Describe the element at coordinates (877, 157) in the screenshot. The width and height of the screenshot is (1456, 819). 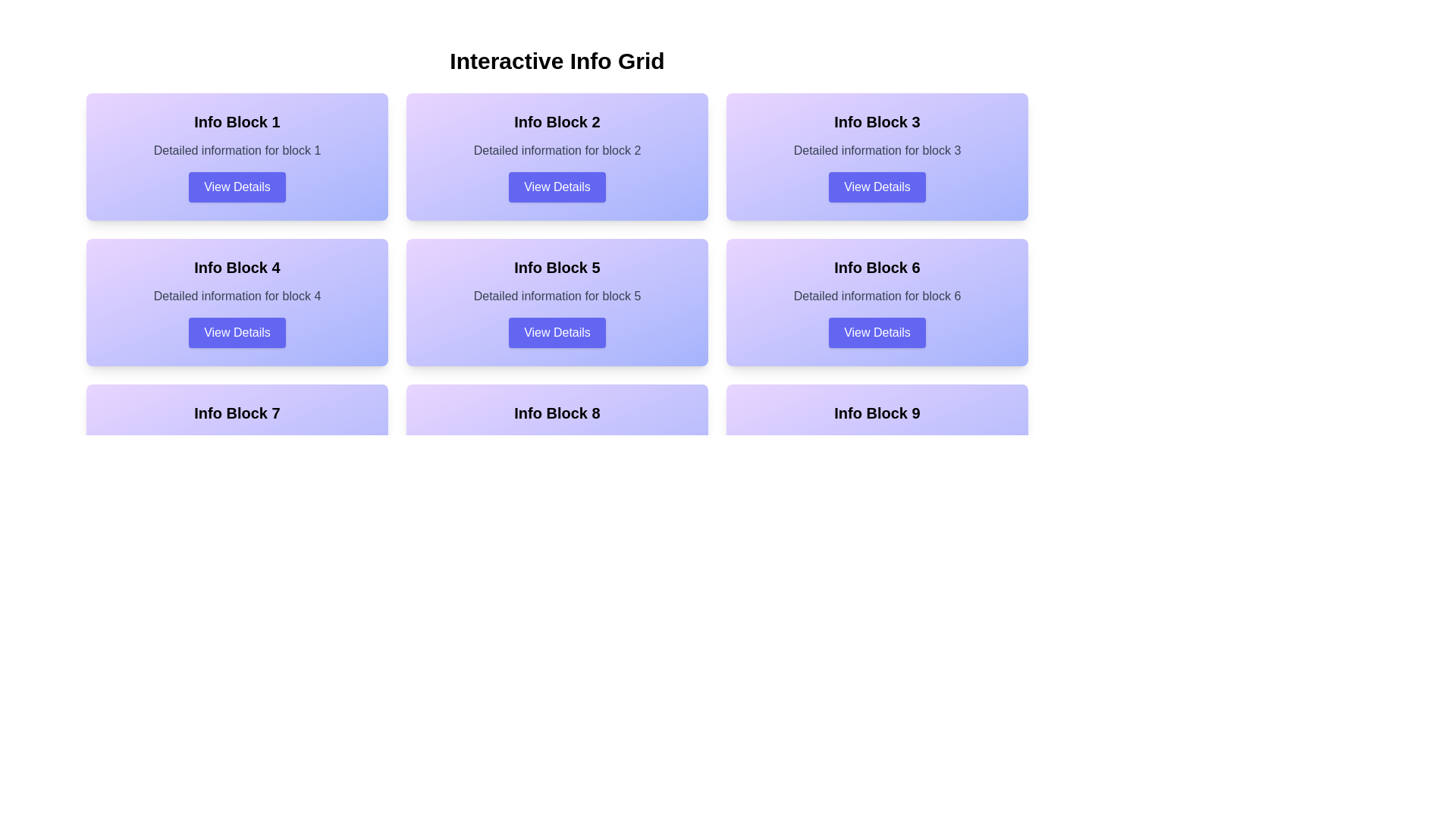
I see `the informational block labeled 'Info Block 3' to activate hover effects for scaling` at that location.